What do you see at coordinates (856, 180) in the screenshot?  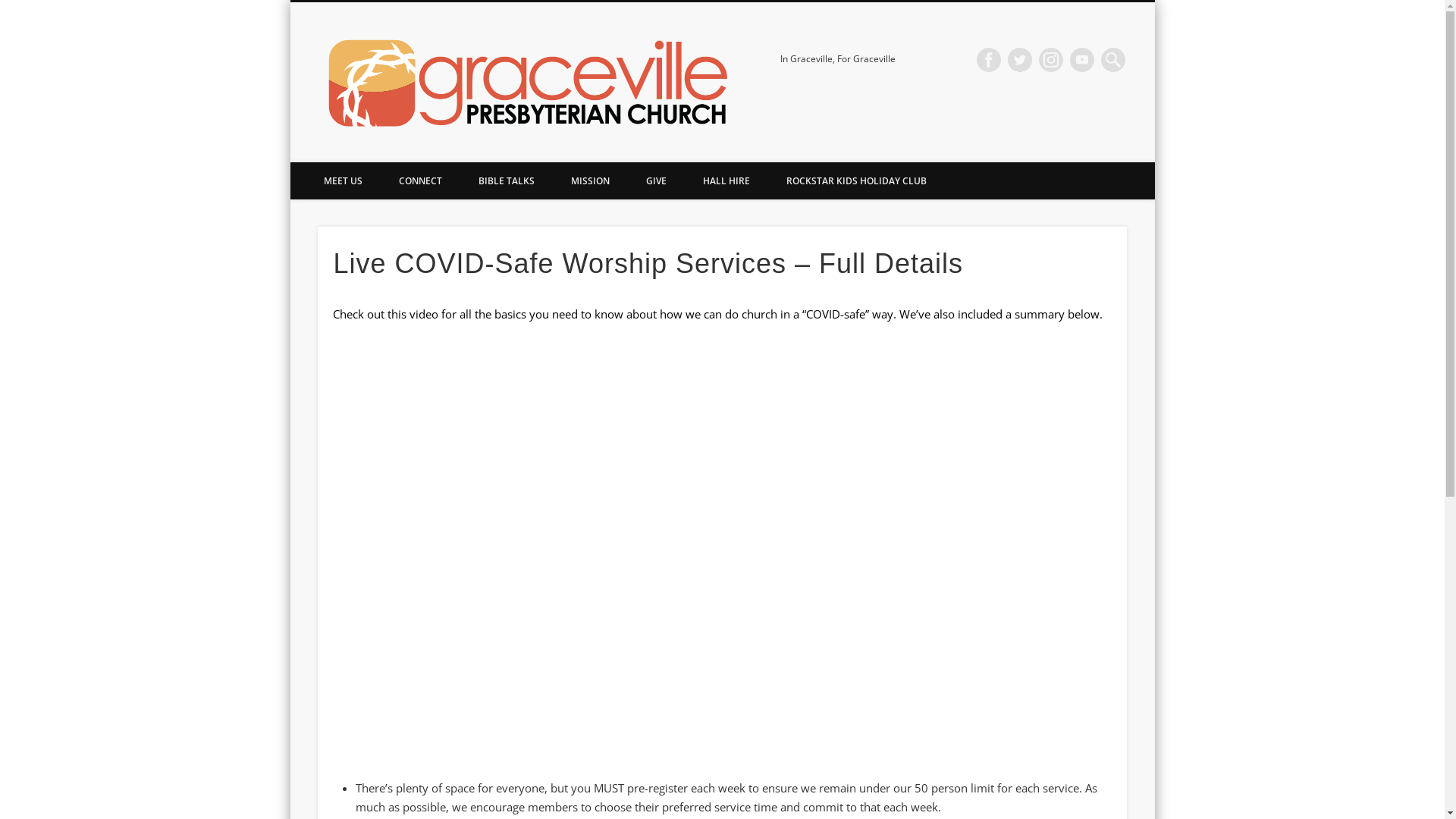 I see `'ROCKSTAR KIDS HOLIDAY CLUB '` at bounding box center [856, 180].